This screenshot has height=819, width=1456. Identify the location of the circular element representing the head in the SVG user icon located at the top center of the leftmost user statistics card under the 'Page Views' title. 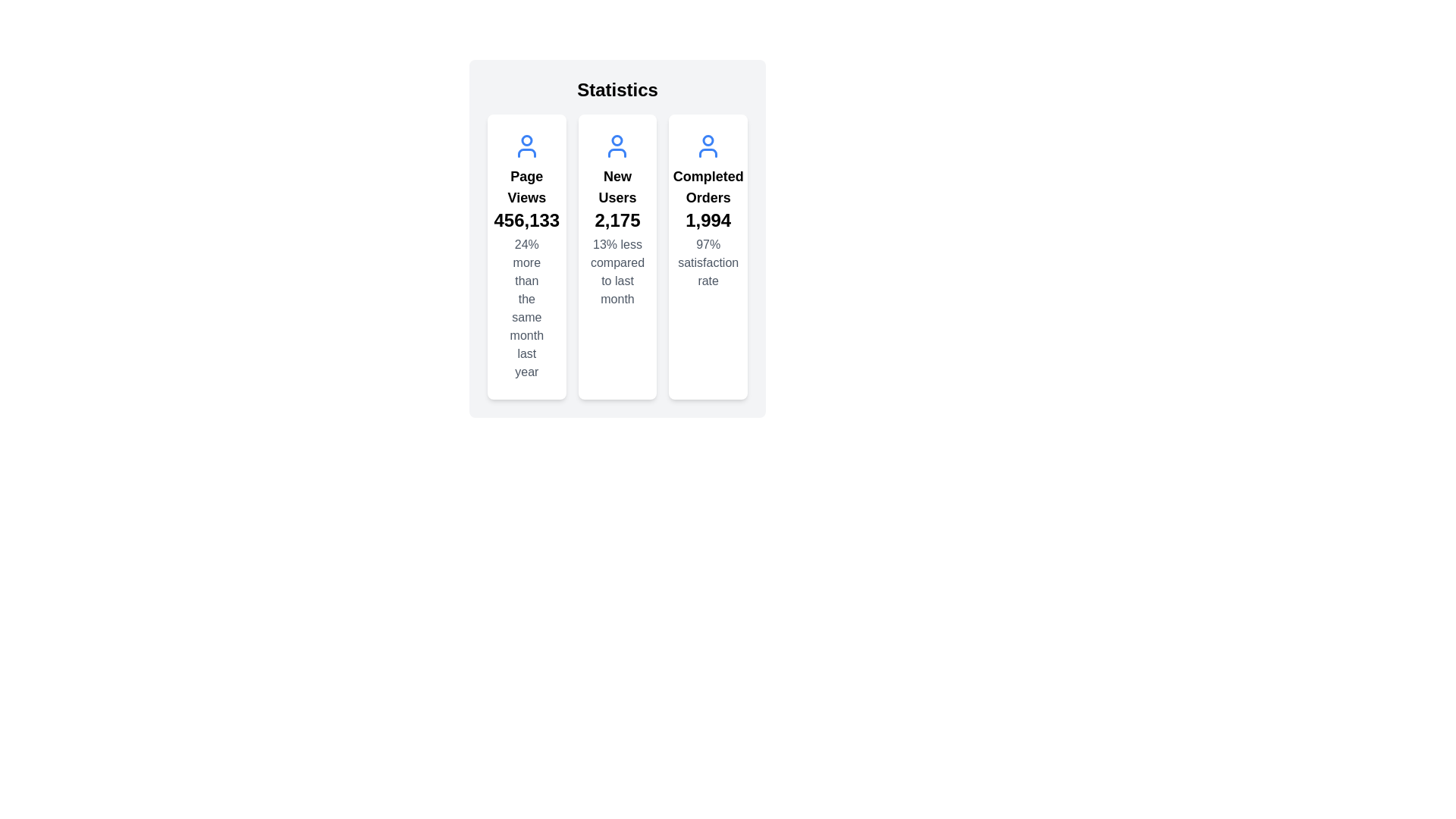
(526, 140).